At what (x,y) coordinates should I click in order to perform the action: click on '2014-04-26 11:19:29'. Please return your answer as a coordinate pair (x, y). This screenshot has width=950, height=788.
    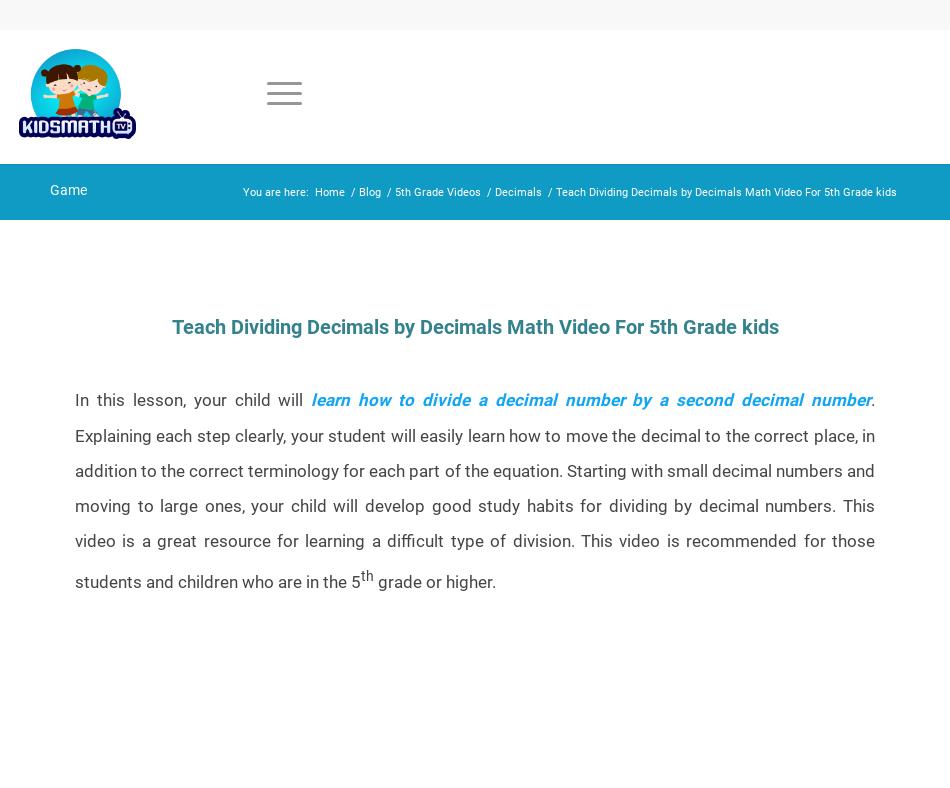
    Looking at the image, I should click on (222, 353).